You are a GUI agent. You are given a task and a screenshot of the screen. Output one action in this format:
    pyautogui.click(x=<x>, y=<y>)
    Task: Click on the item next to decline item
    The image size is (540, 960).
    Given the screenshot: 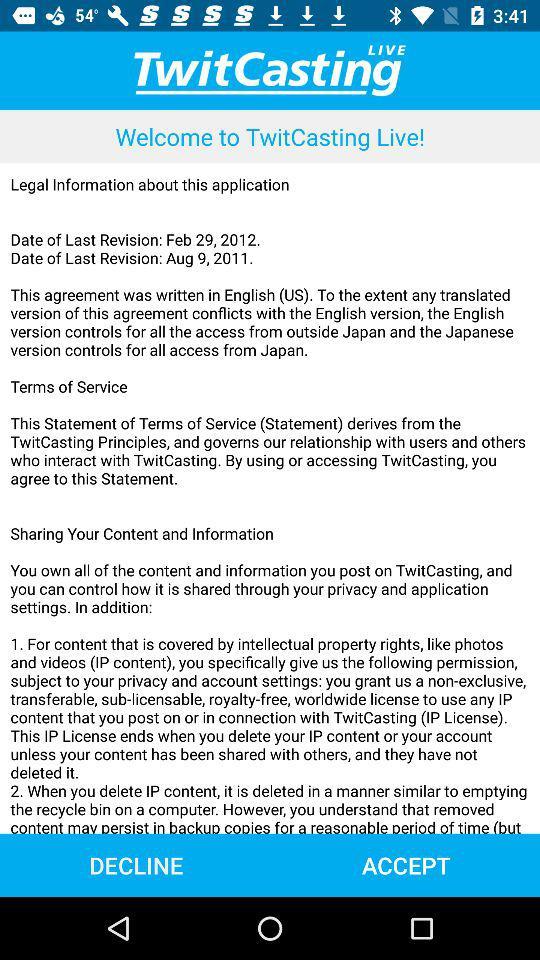 What is the action you would take?
    pyautogui.click(x=405, y=864)
    